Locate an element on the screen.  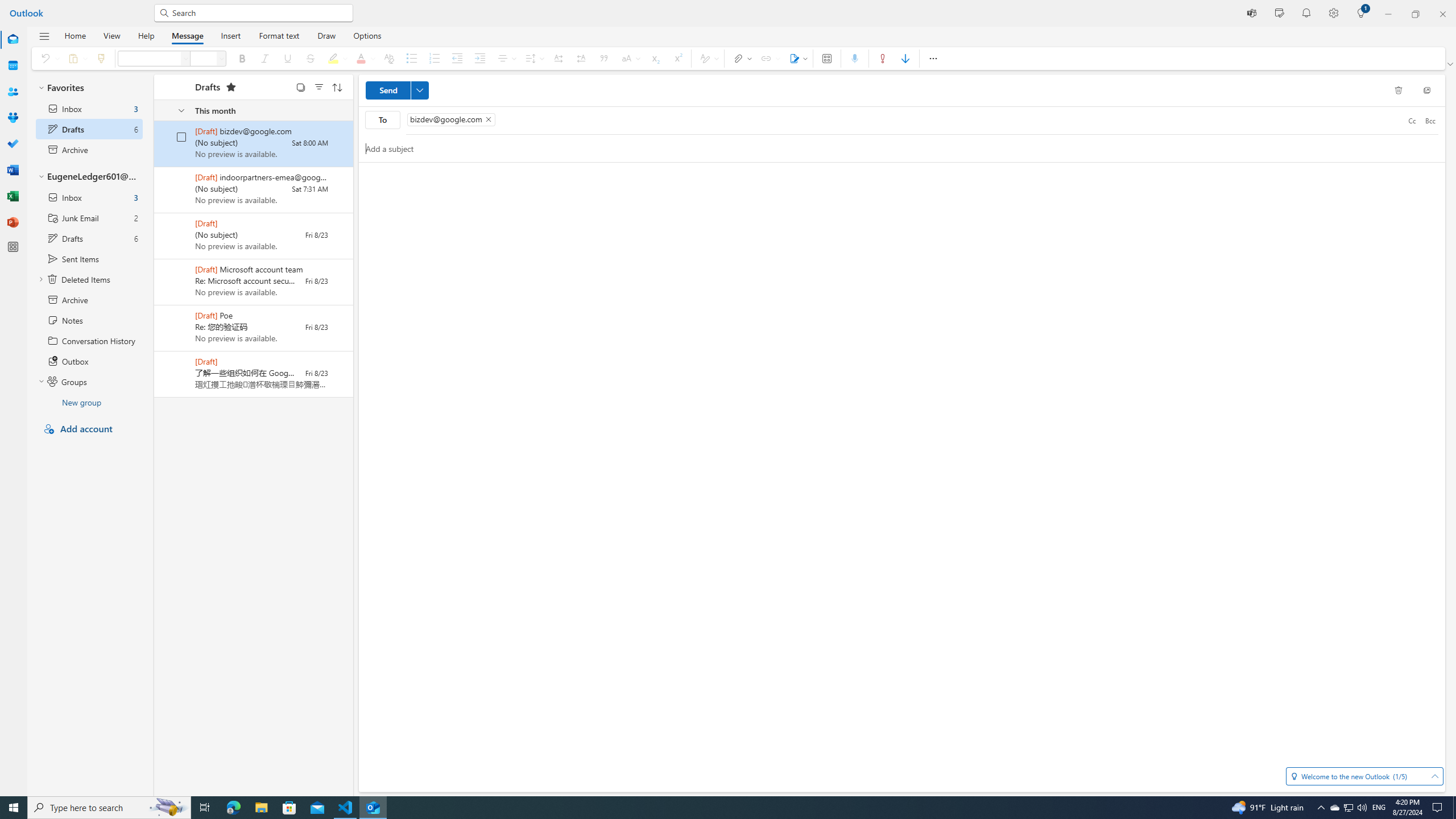
'Cc' is located at coordinates (1412, 119).